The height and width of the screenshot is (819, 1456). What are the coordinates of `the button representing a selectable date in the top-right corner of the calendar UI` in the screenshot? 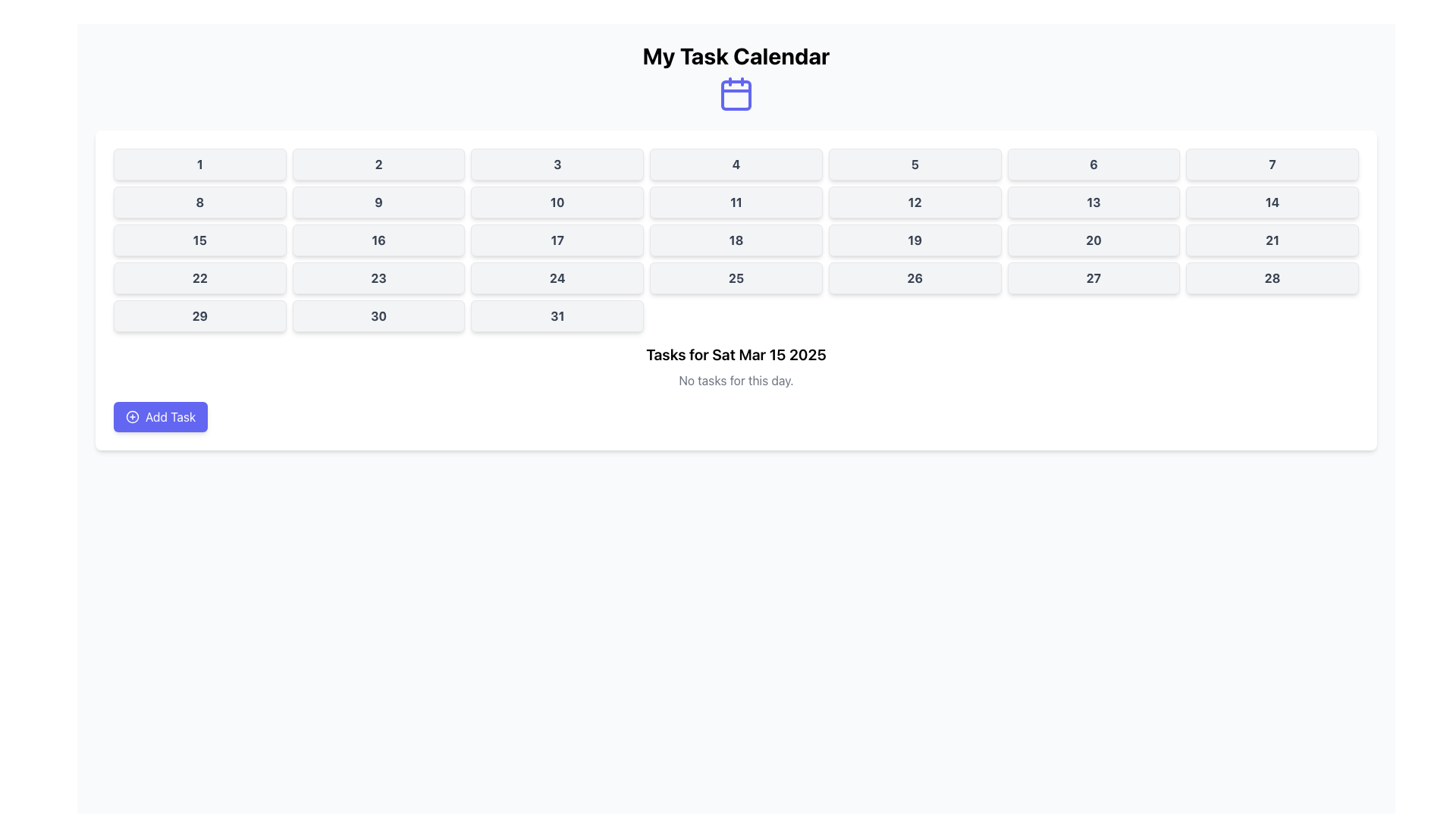 It's located at (1272, 164).